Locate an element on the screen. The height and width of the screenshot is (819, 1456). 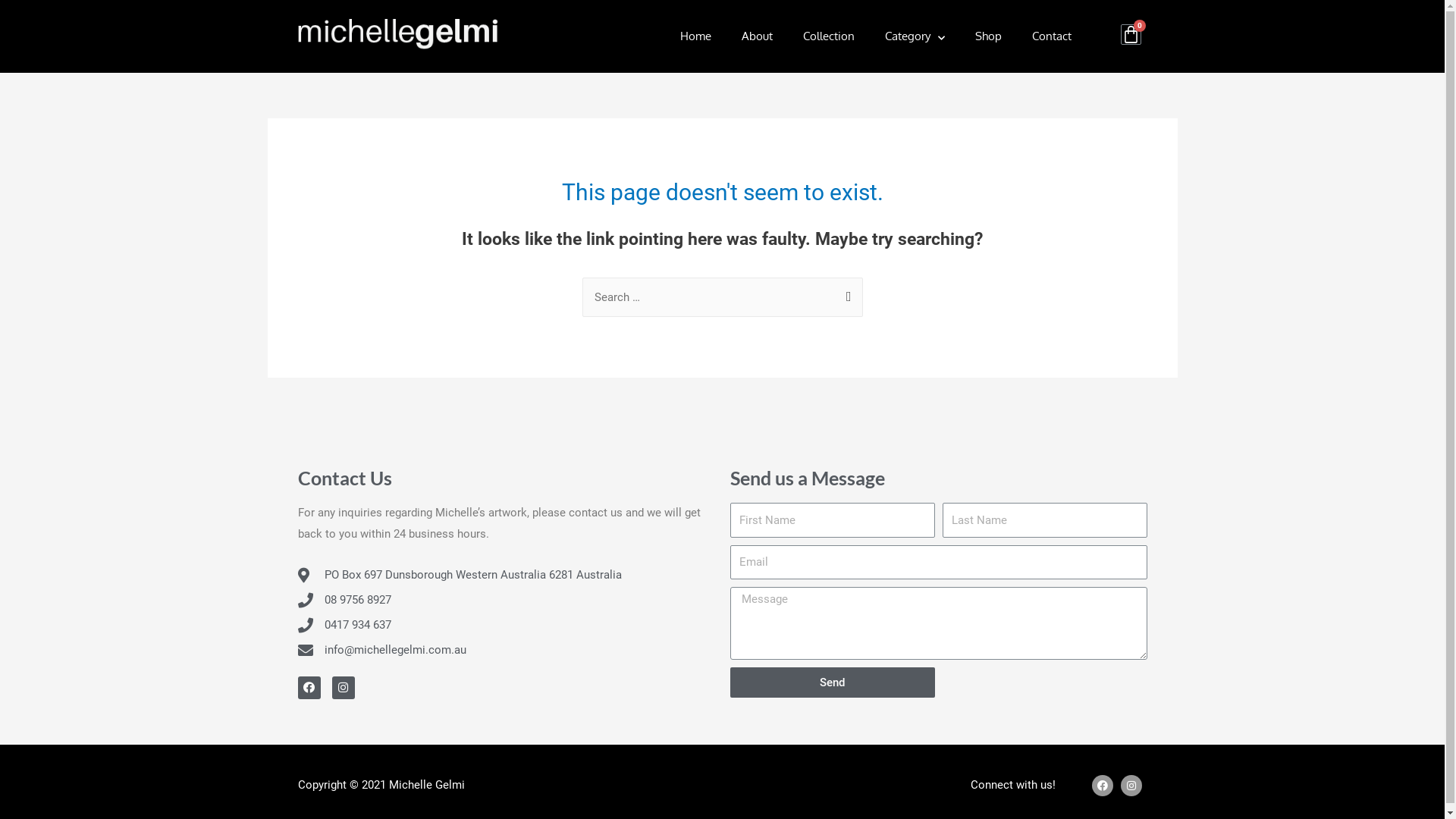
'Home' is located at coordinates (695, 35).